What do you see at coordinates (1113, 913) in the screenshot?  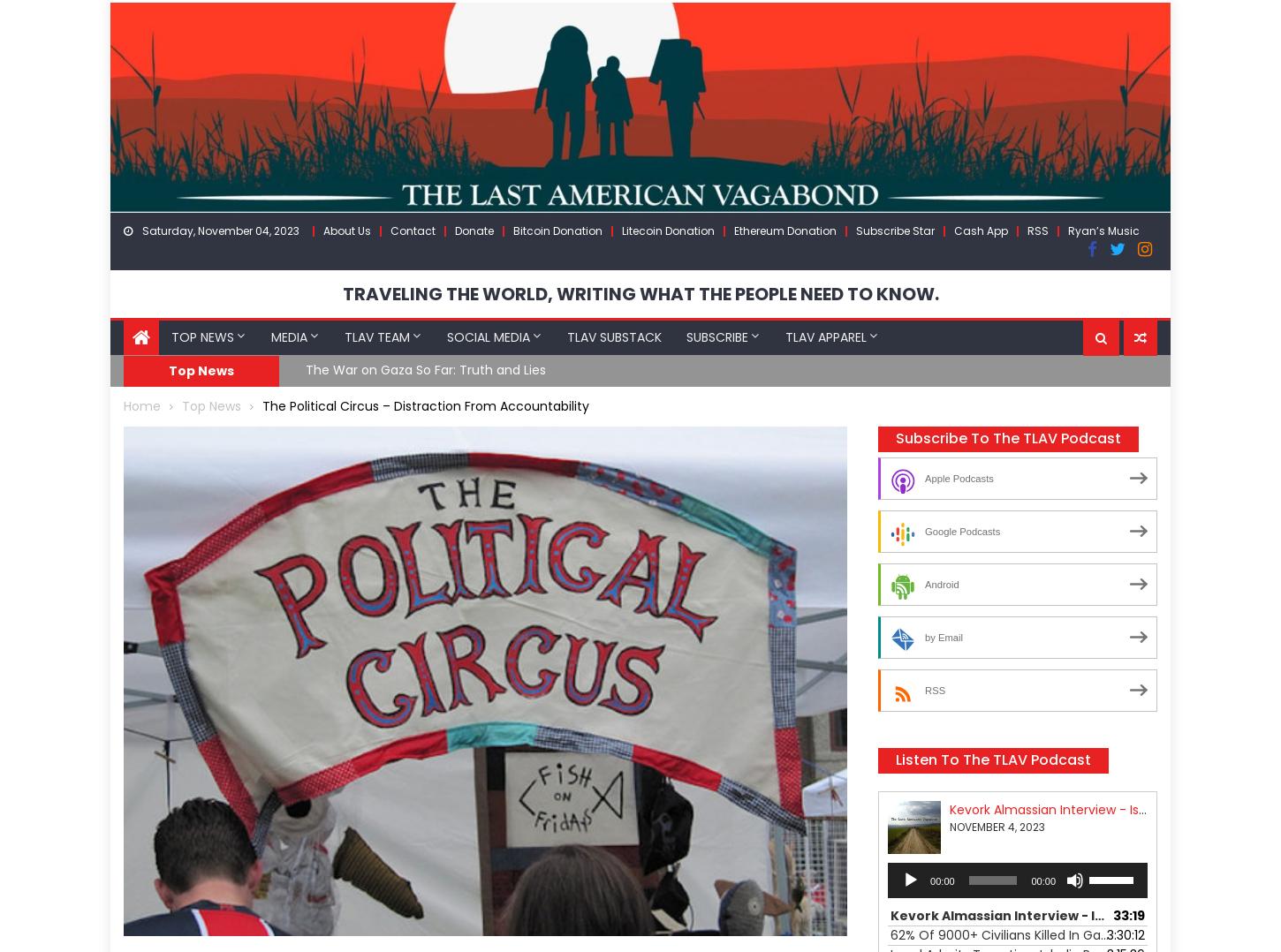 I see `'33:19'` at bounding box center [1113, 913].